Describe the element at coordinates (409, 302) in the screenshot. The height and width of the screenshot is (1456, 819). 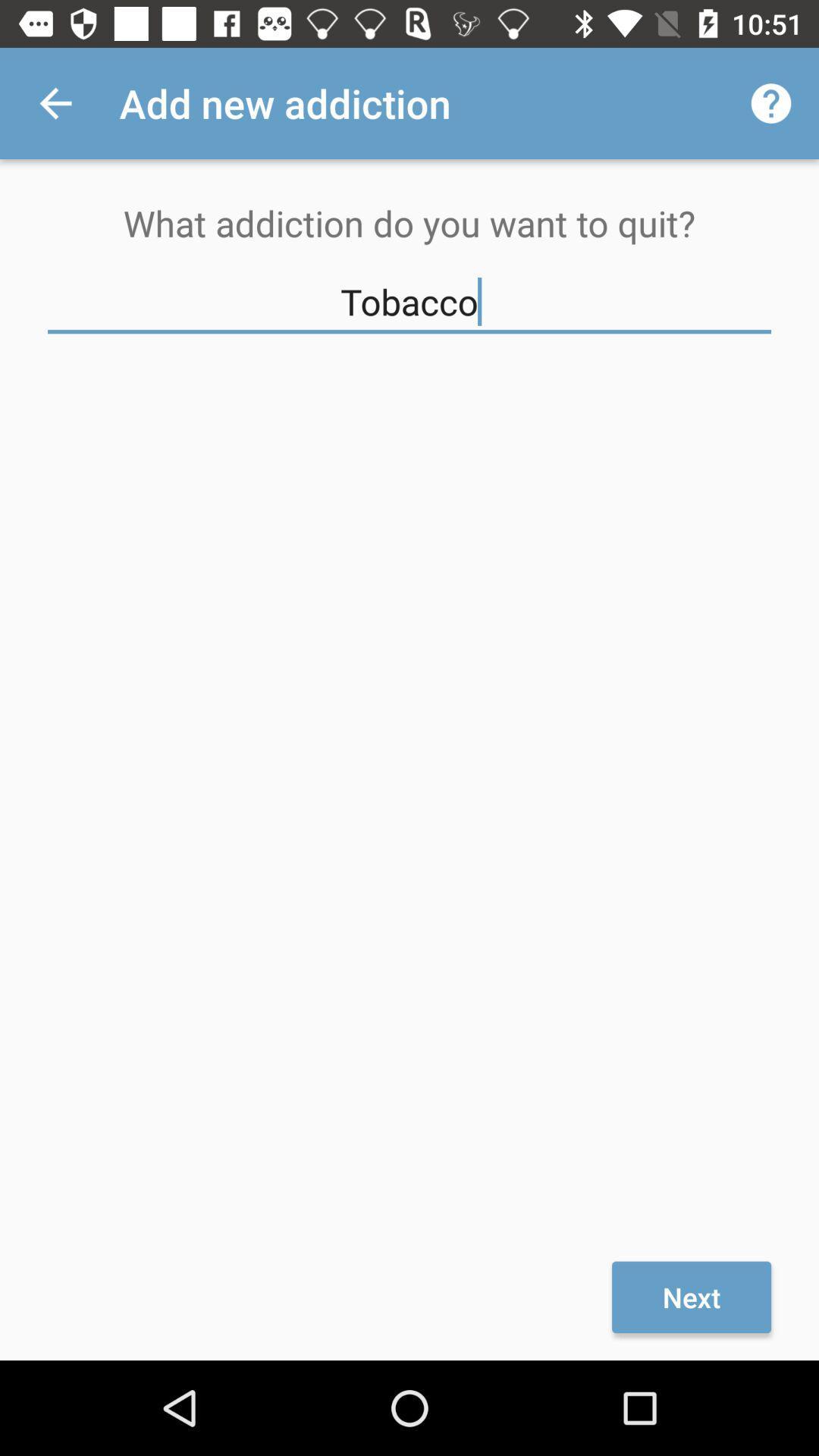
I see `the icon above the next` at that location.